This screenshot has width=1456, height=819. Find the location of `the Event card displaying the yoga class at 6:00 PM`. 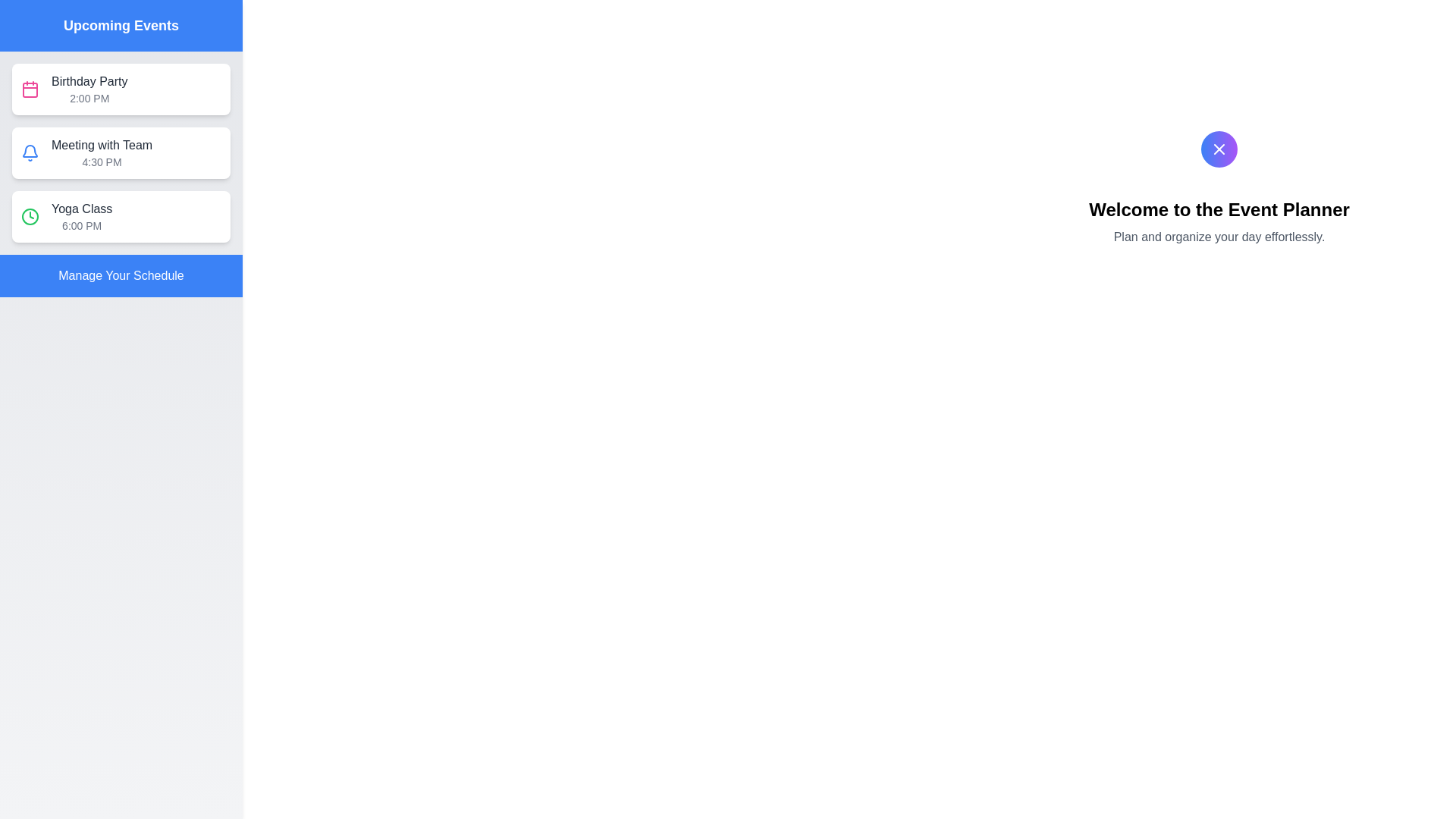

the Event card displaying the yoga class at 6:00 PM is located at coordinates (120, 216).